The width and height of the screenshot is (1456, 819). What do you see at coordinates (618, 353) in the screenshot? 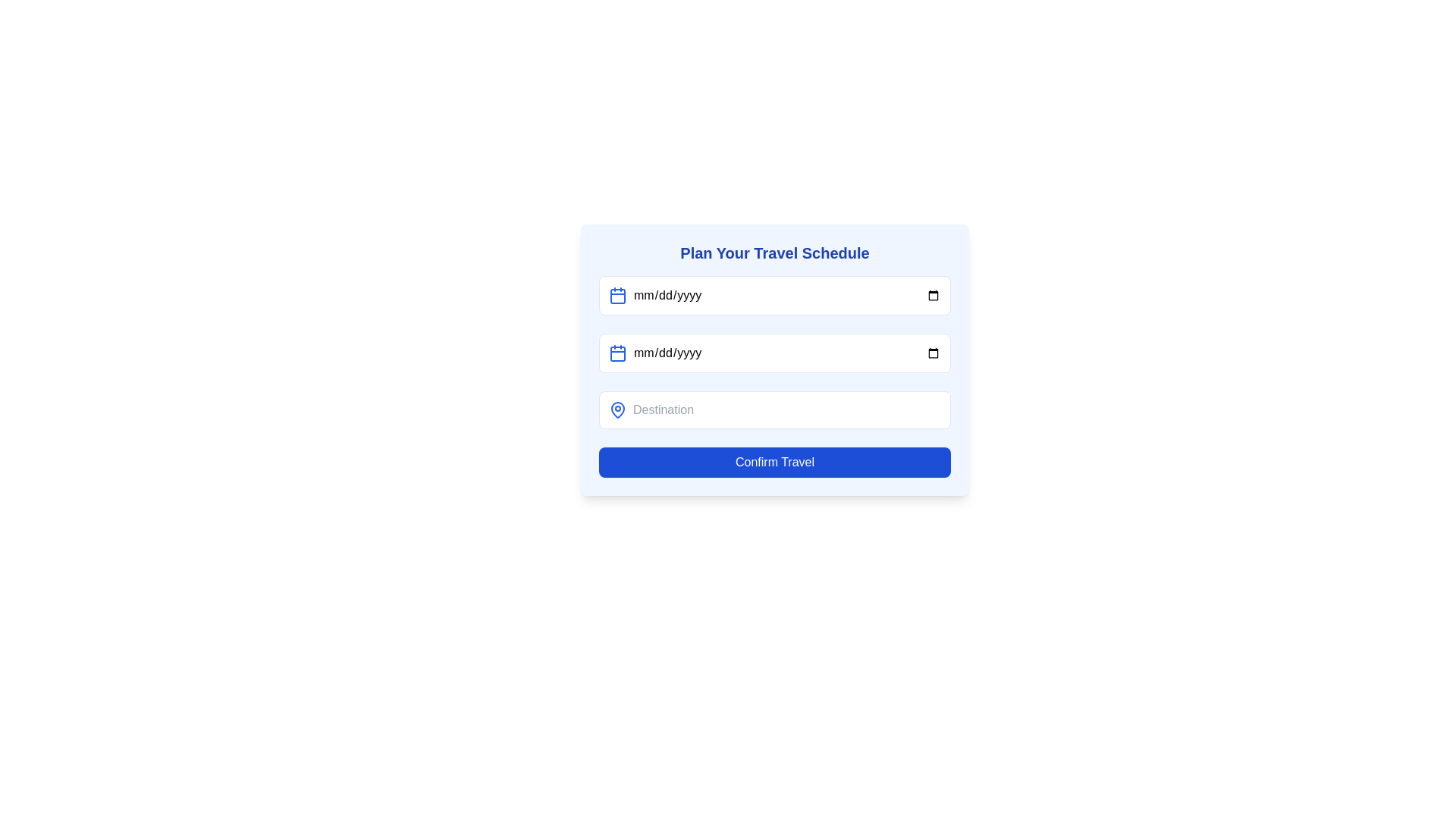
I see `the blue calendar icon located to the left of the 'End Date' input field` at bounding box center [618, 353].